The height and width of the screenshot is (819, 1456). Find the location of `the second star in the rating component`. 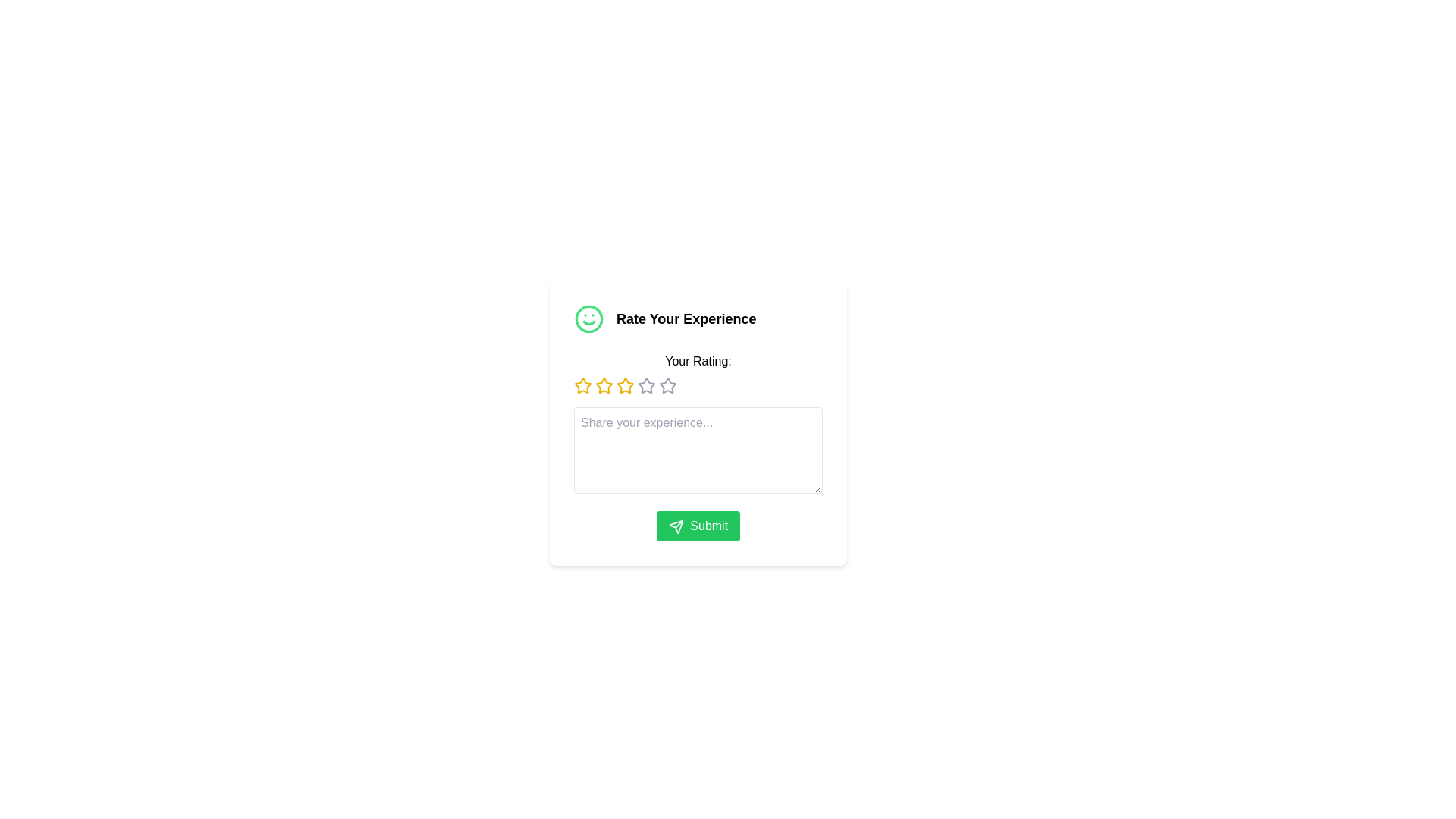

the second star in the rating component is located at coordinates (603, 384).